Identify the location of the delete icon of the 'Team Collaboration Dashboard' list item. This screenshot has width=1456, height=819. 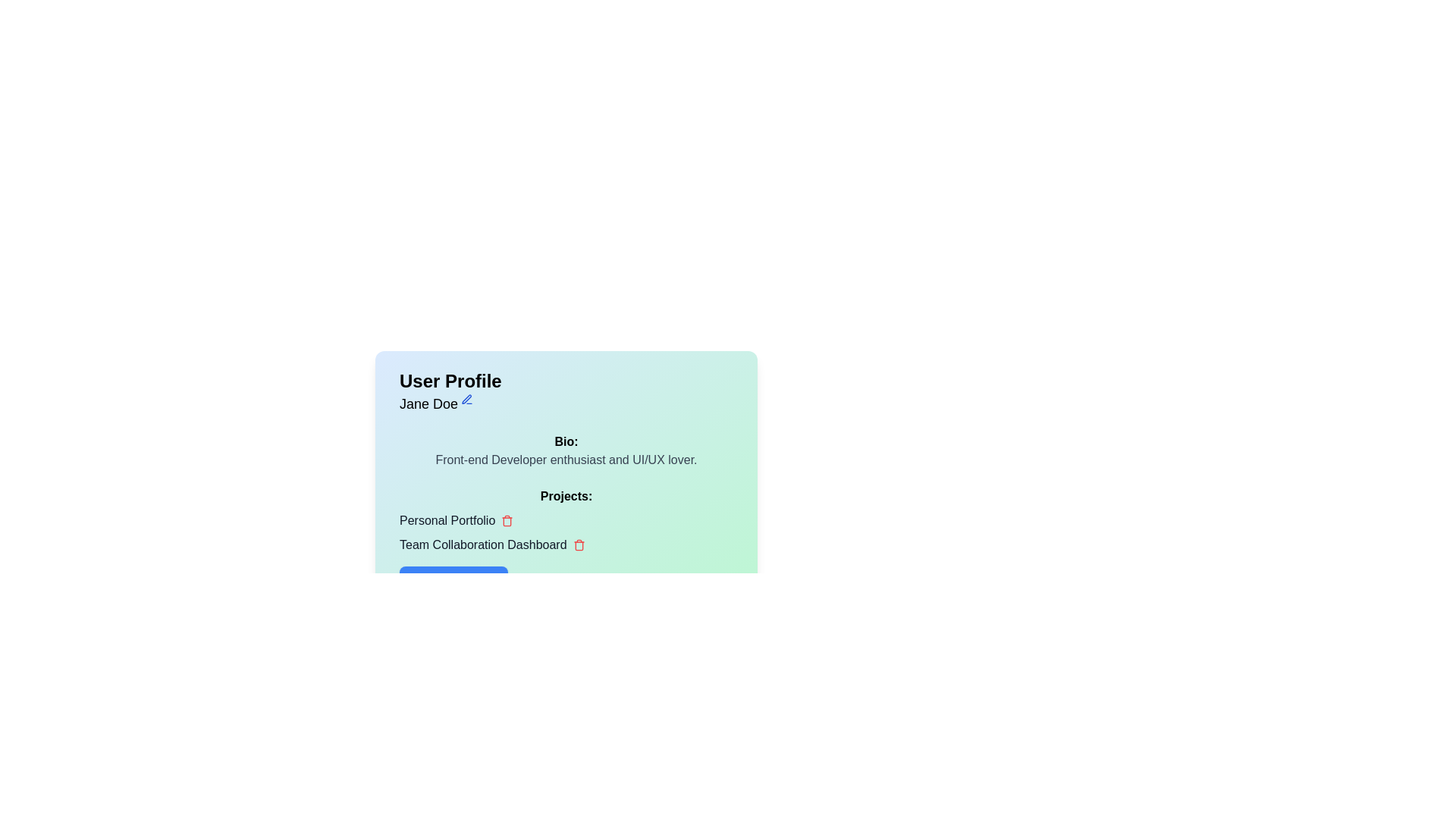
(566, 544).